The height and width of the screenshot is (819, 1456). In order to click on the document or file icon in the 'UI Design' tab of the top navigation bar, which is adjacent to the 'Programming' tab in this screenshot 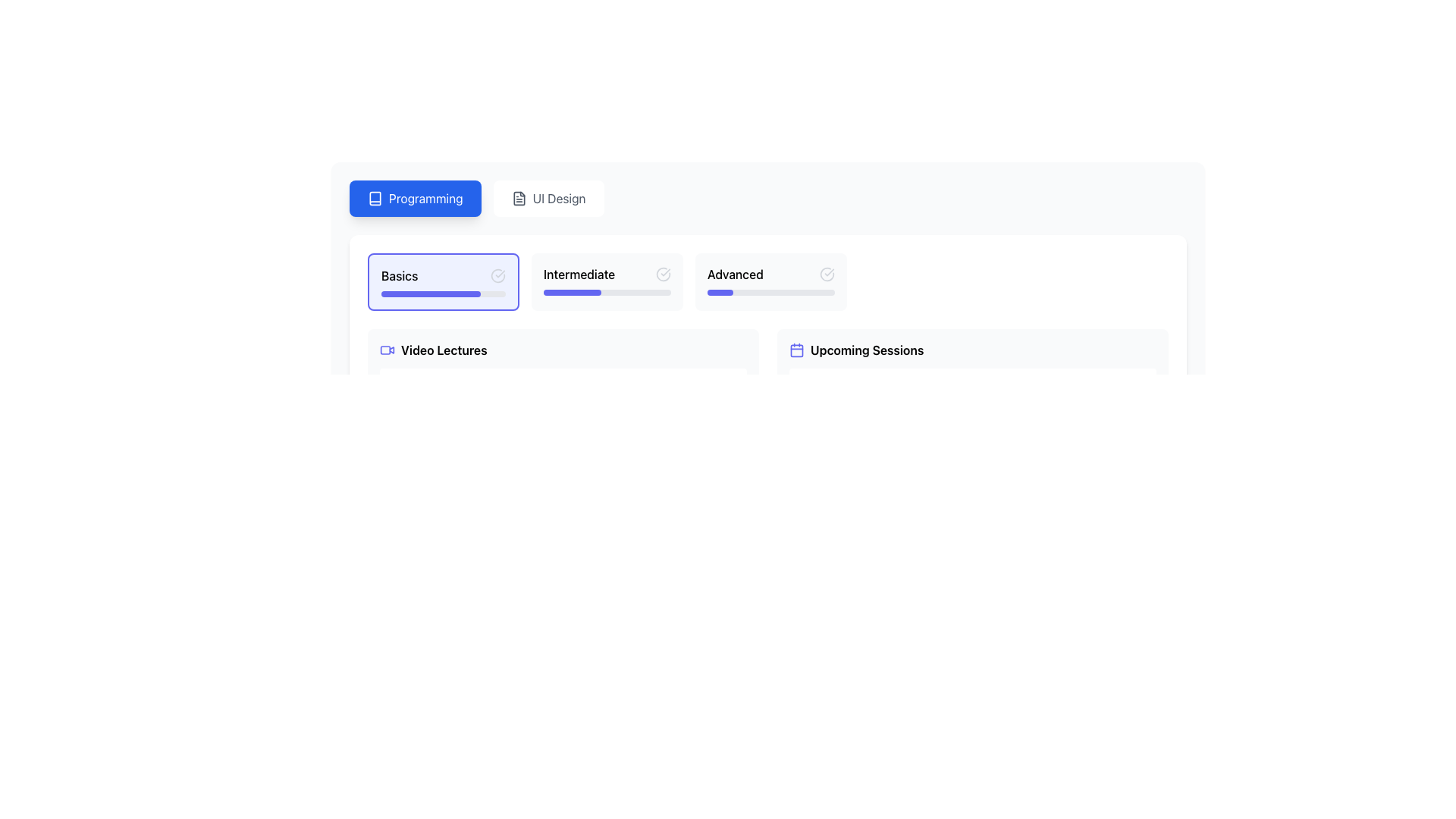, I will do `click(519, 198)`.